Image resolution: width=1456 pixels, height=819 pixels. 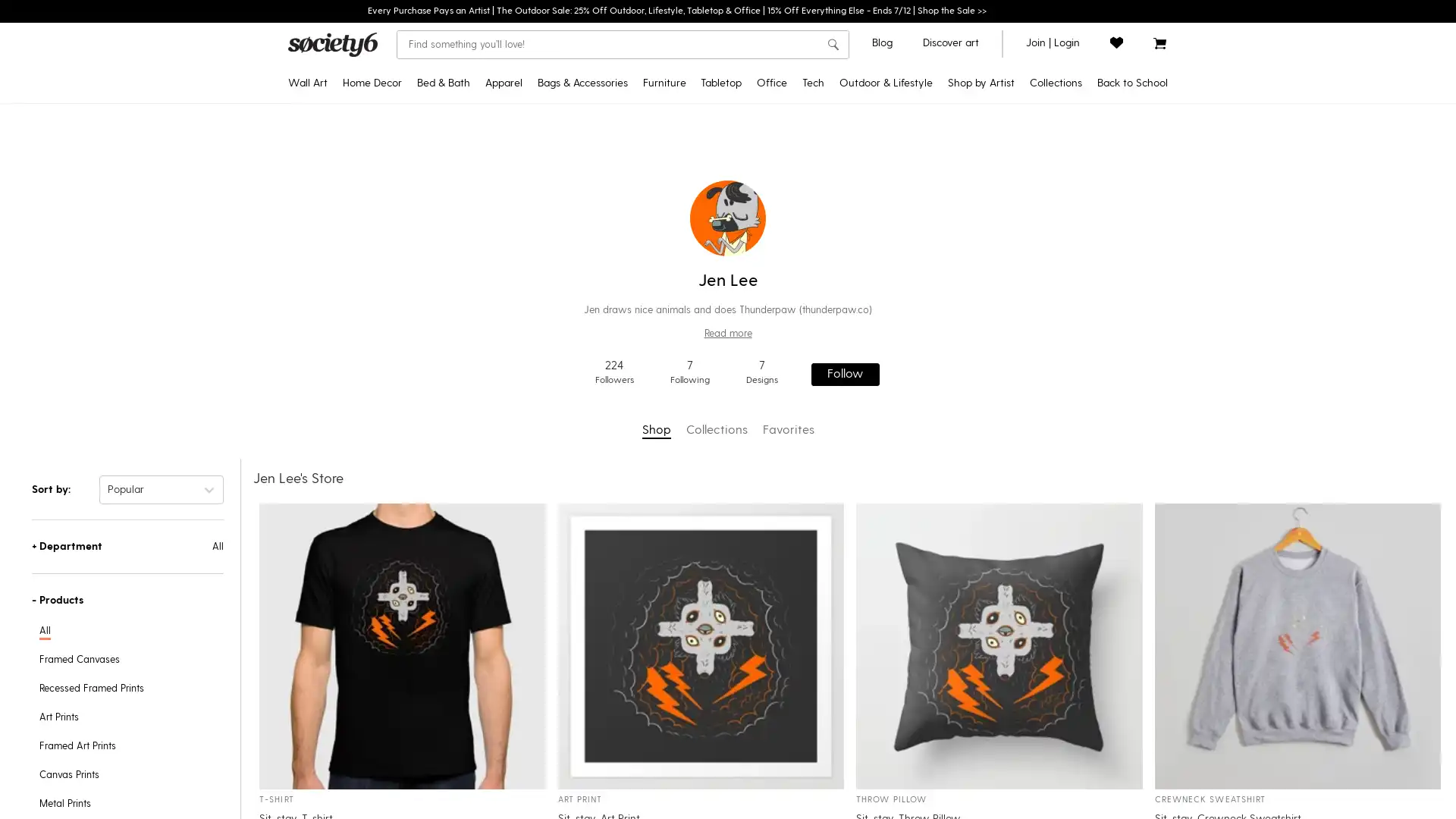 What do you see at coordinates (356, 366) in the screenshot?
I see `Wood Wall Art` at bounding box center [356, 366].